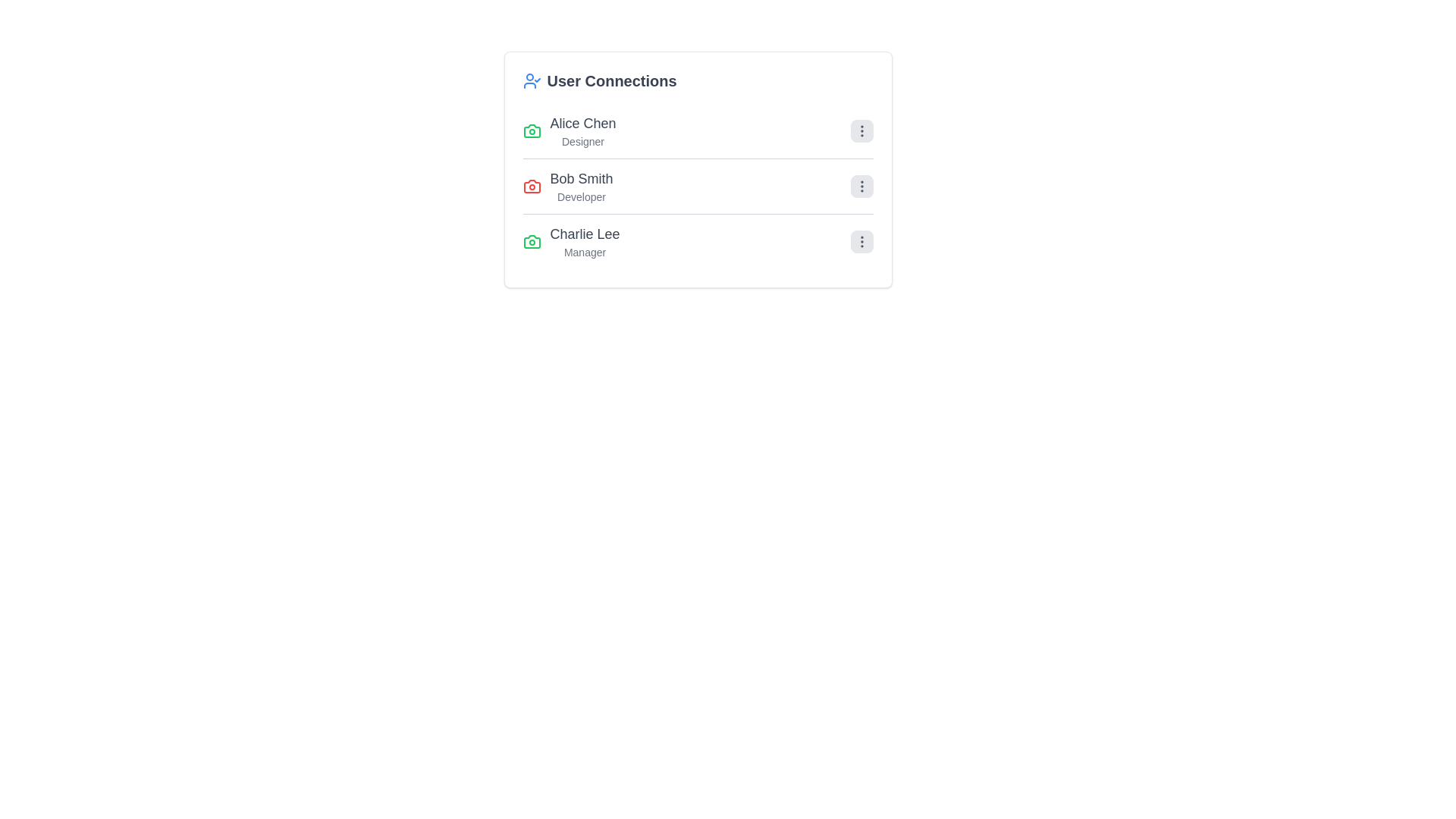 The image size is (1456, 819). I want to click on the second entry in the 'User Connections' section that displays a user's profile summary, which includes their name and title, and is located below 'Alice Chen' and above 'Charlie Lee', so click(697, 186).